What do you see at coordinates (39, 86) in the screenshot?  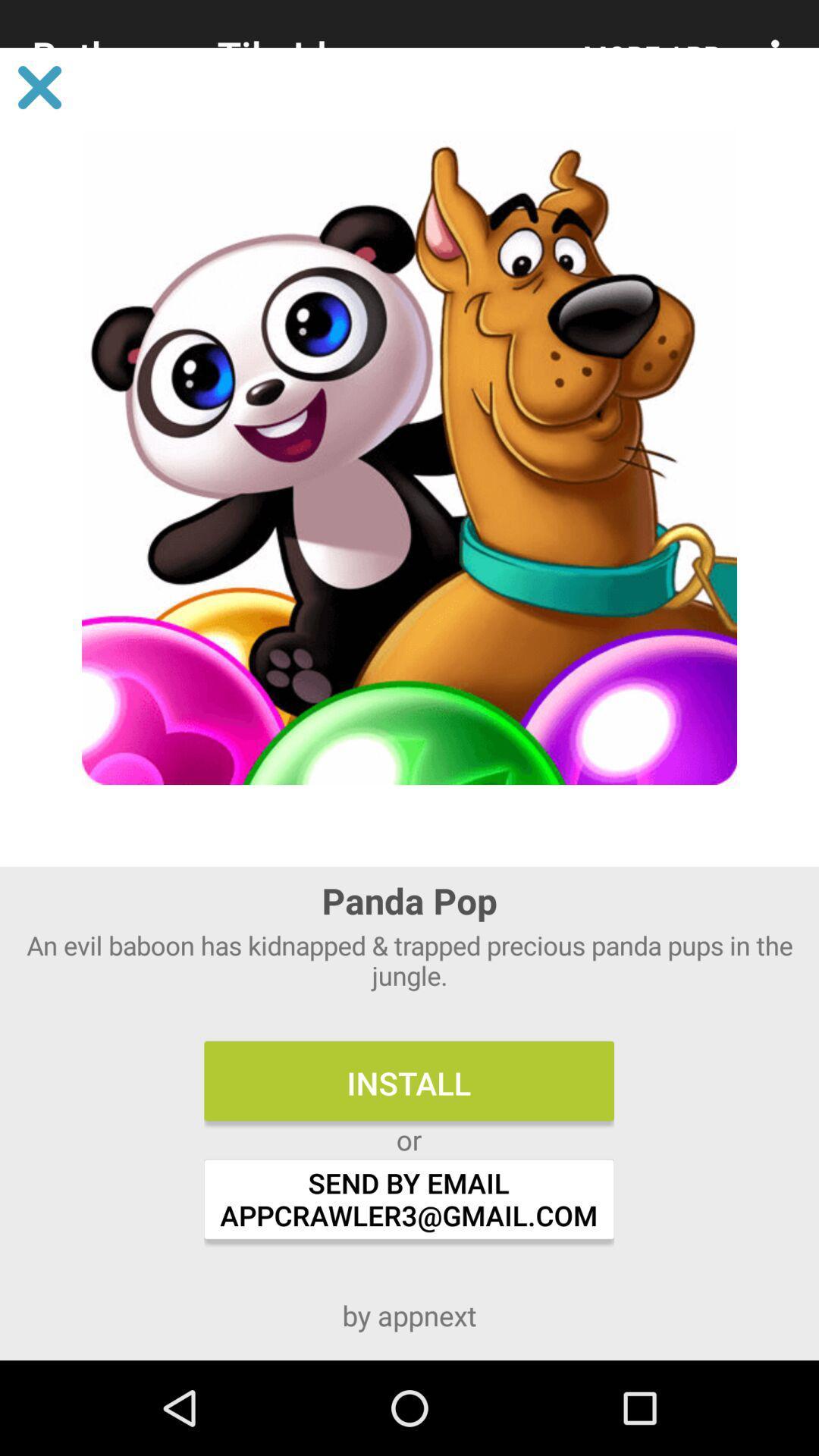 I see `the close icon` at bounding box center [39, 86].